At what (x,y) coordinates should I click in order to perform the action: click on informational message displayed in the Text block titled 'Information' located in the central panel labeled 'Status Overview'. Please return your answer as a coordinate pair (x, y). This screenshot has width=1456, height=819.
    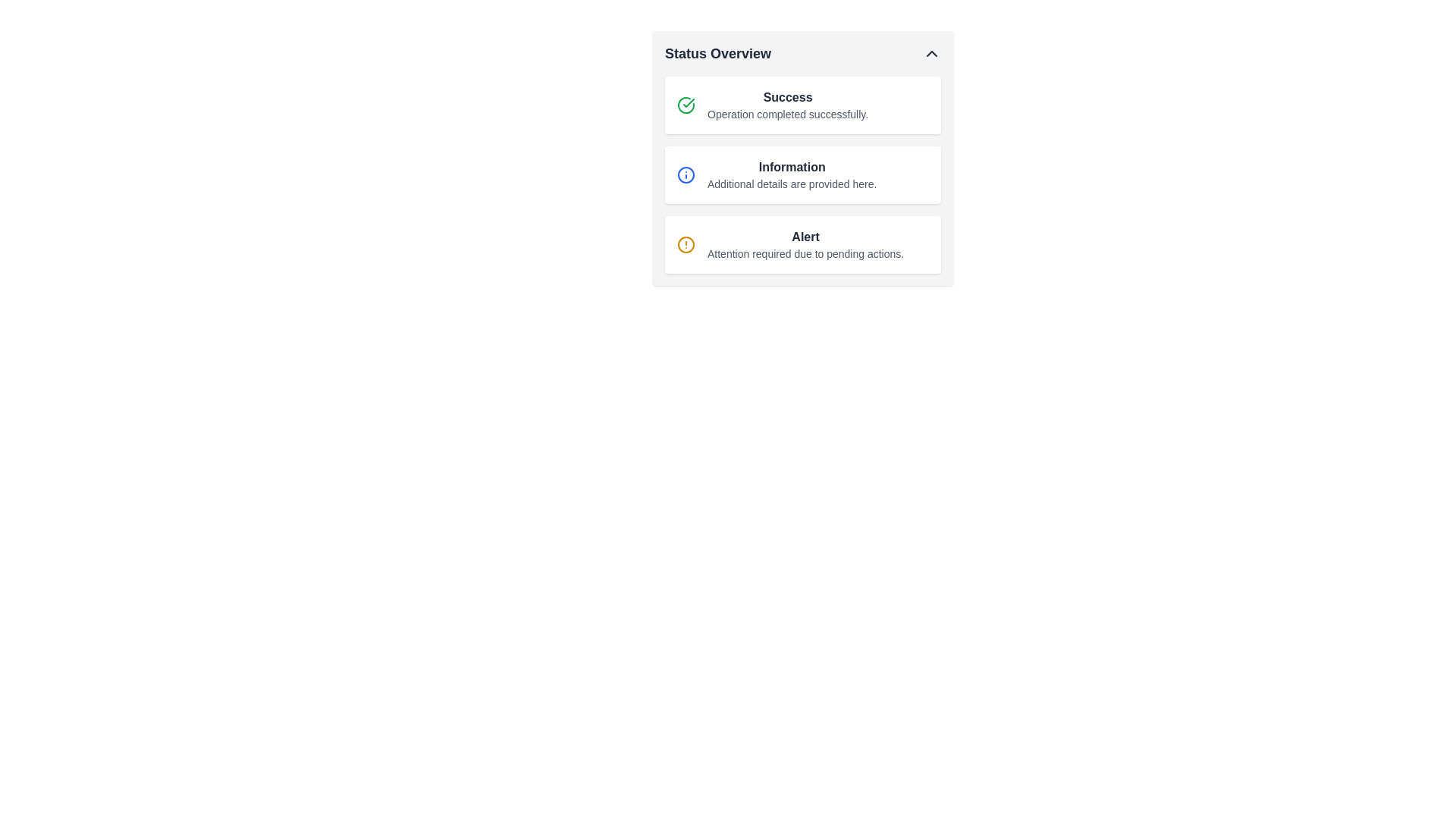
    Looking at the image, I should click on (791, 174).